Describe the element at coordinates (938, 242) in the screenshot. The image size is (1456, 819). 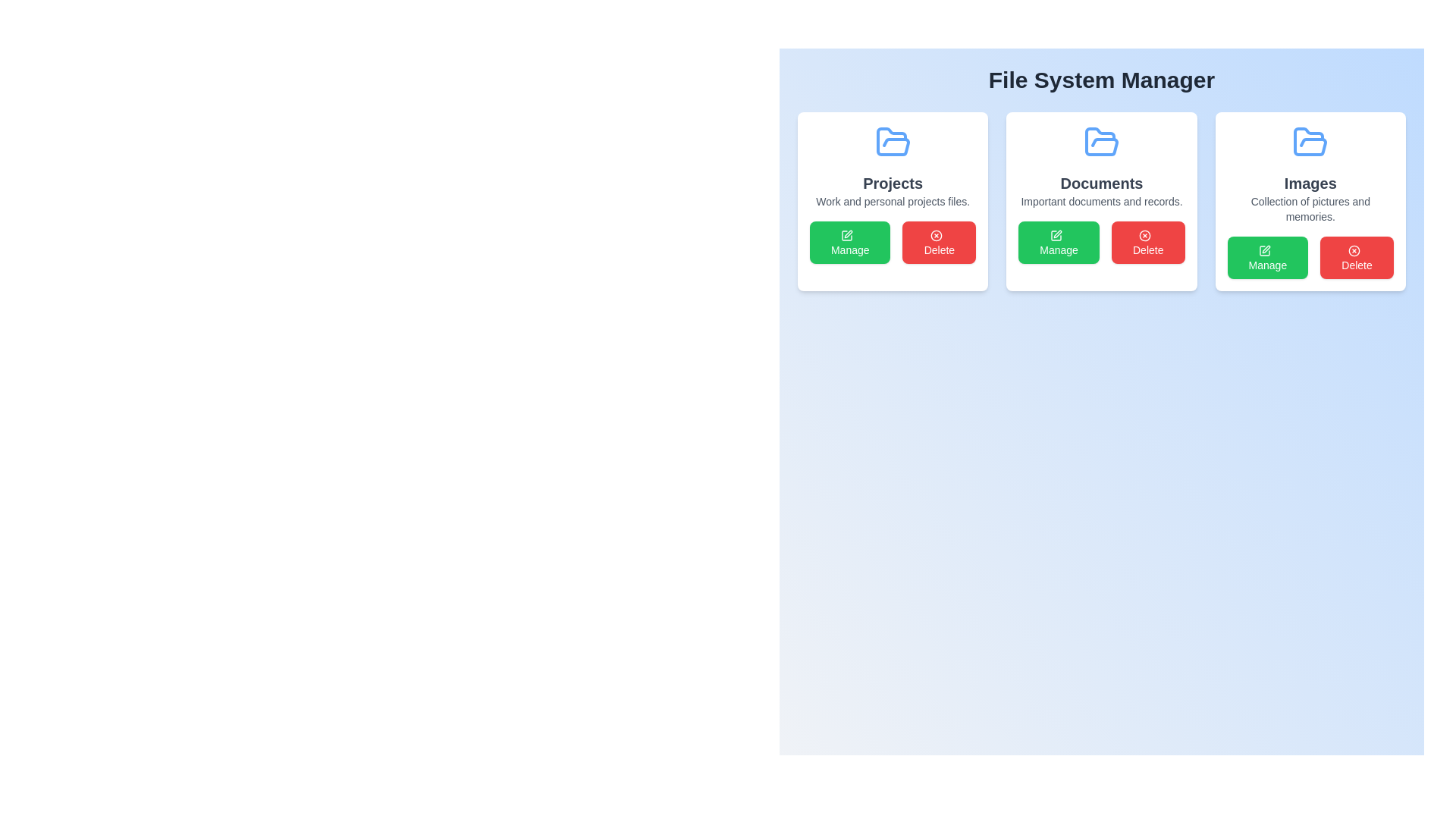
I see `the red 'Delete' button with white text and an 'X' icon` at that location.